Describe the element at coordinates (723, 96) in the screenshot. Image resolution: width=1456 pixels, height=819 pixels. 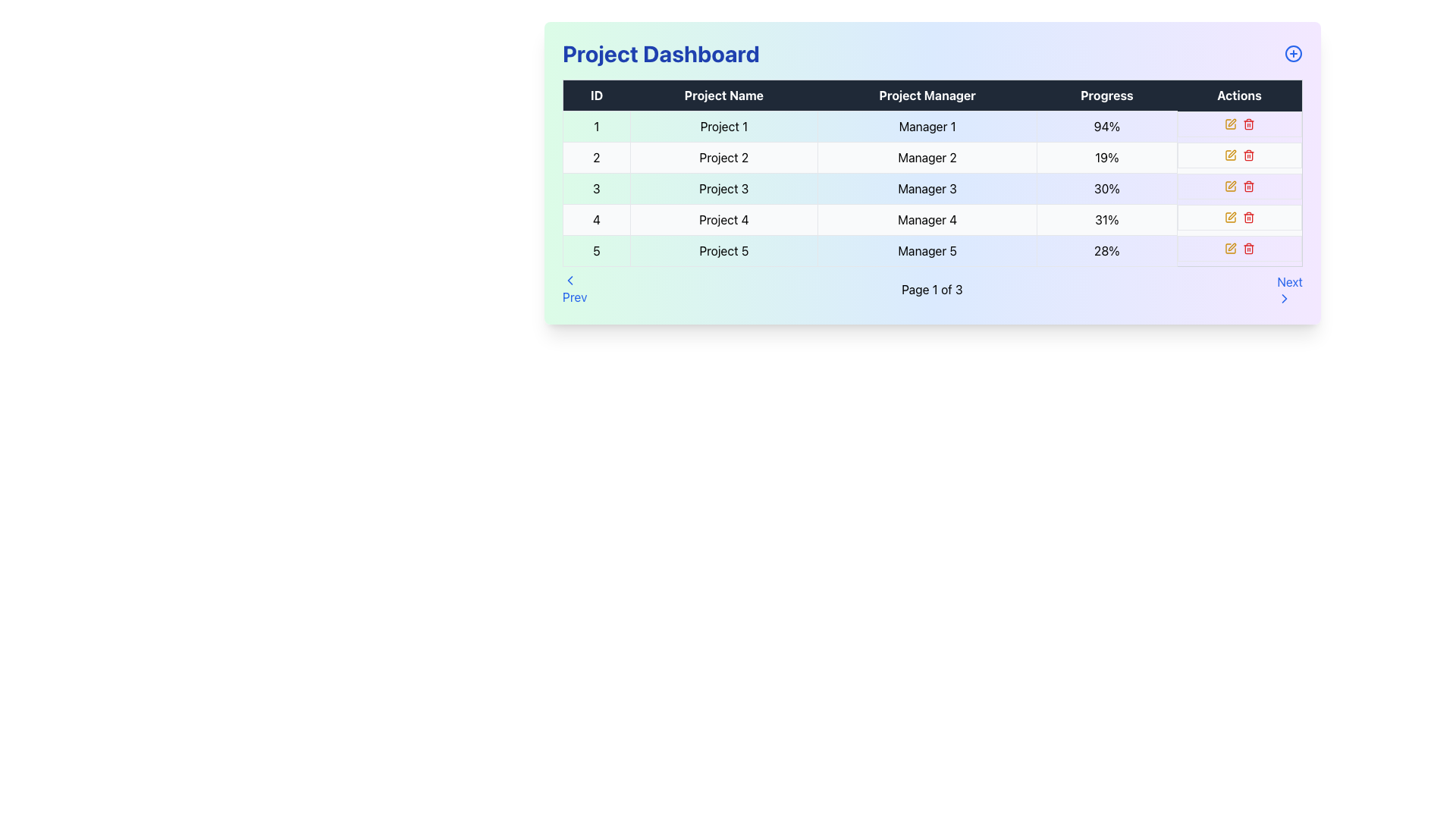
I see `the second header column labeled 'Project Names' in the 'Project Dashboard' table, which is positioned between the 'ID' column and the 'Project Manager' column` at that location.